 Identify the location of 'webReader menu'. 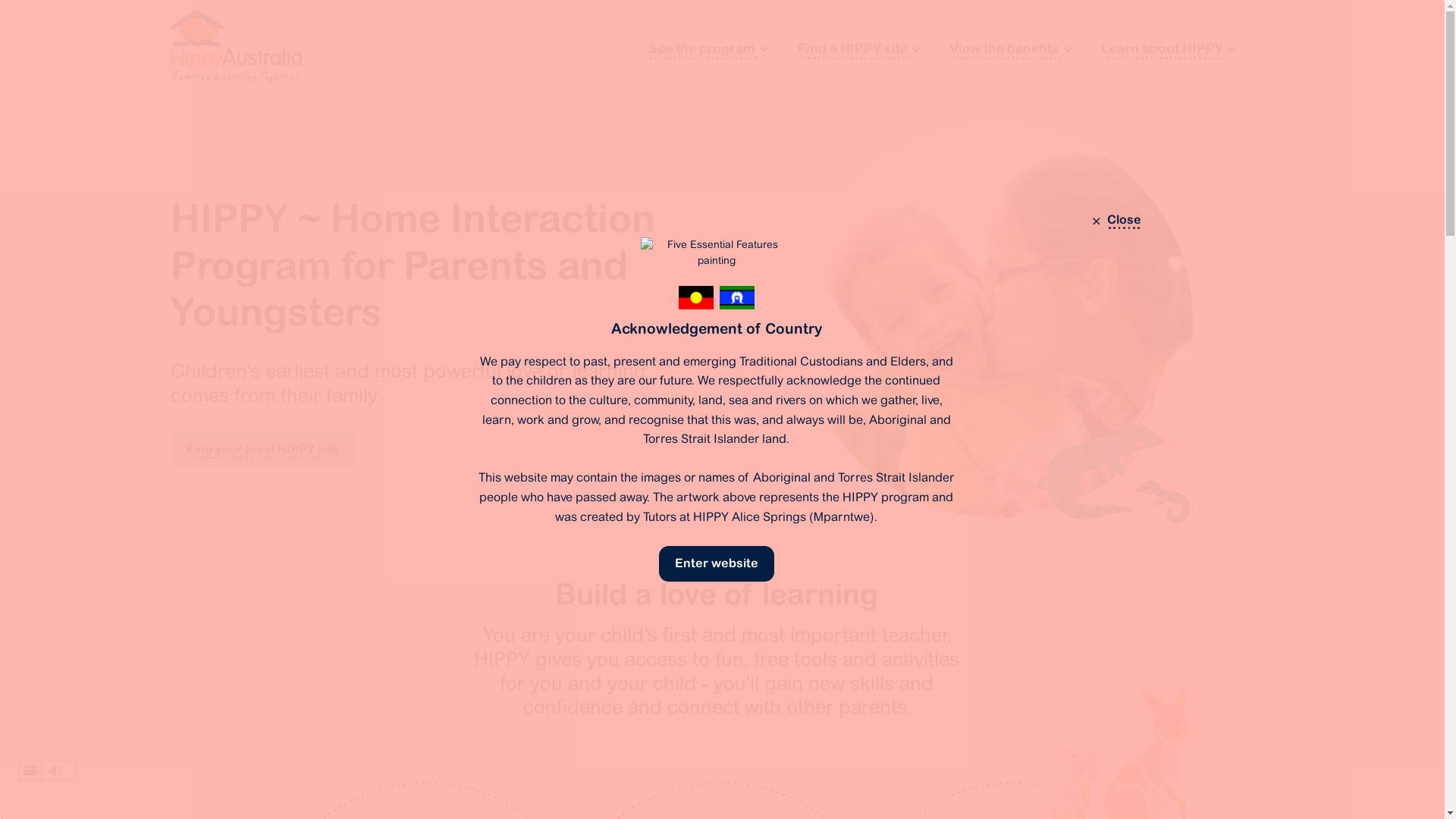
(18, 770).